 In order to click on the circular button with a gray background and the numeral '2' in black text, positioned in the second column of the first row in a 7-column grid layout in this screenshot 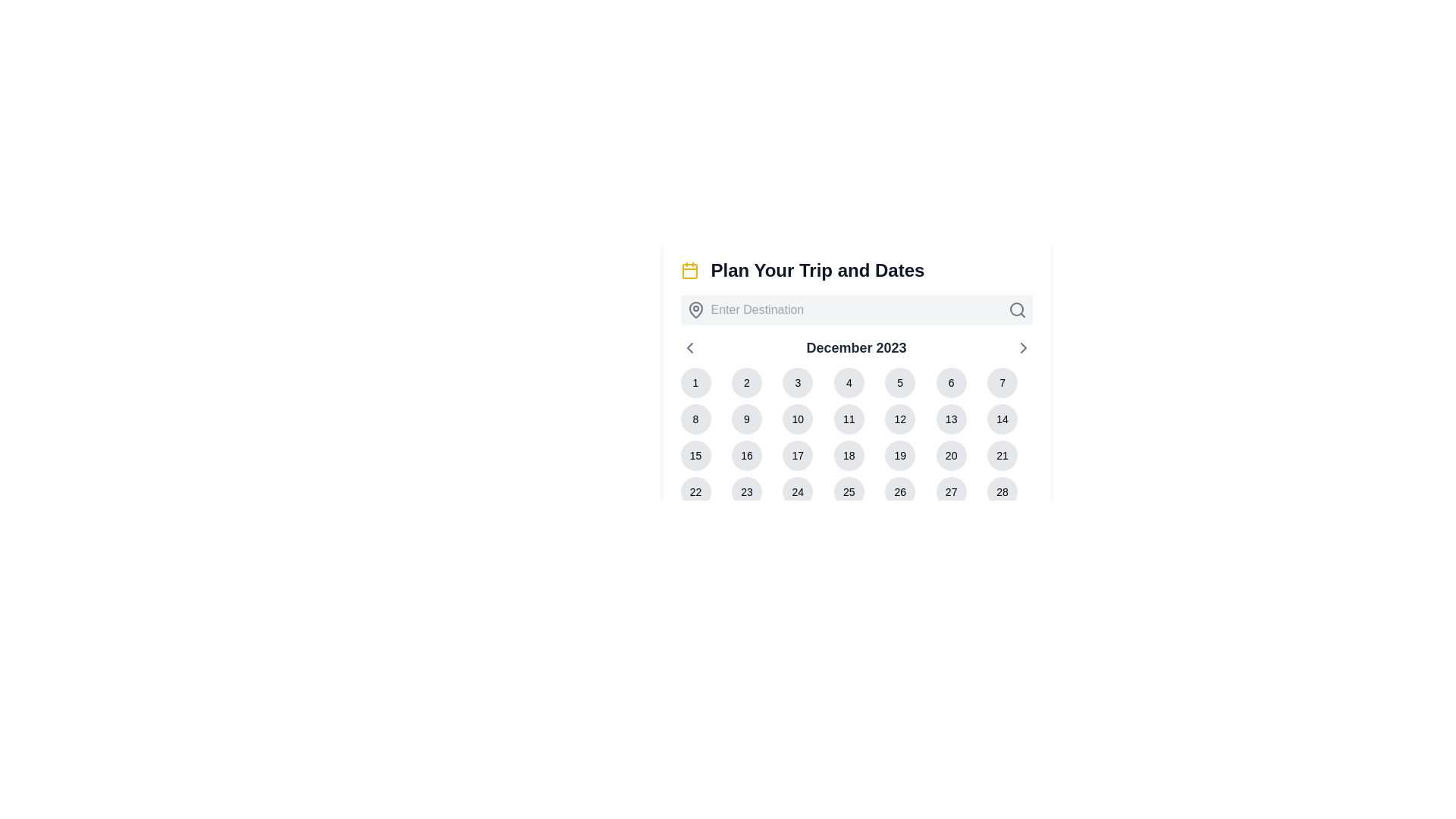, I will do `click(746, 382)`.